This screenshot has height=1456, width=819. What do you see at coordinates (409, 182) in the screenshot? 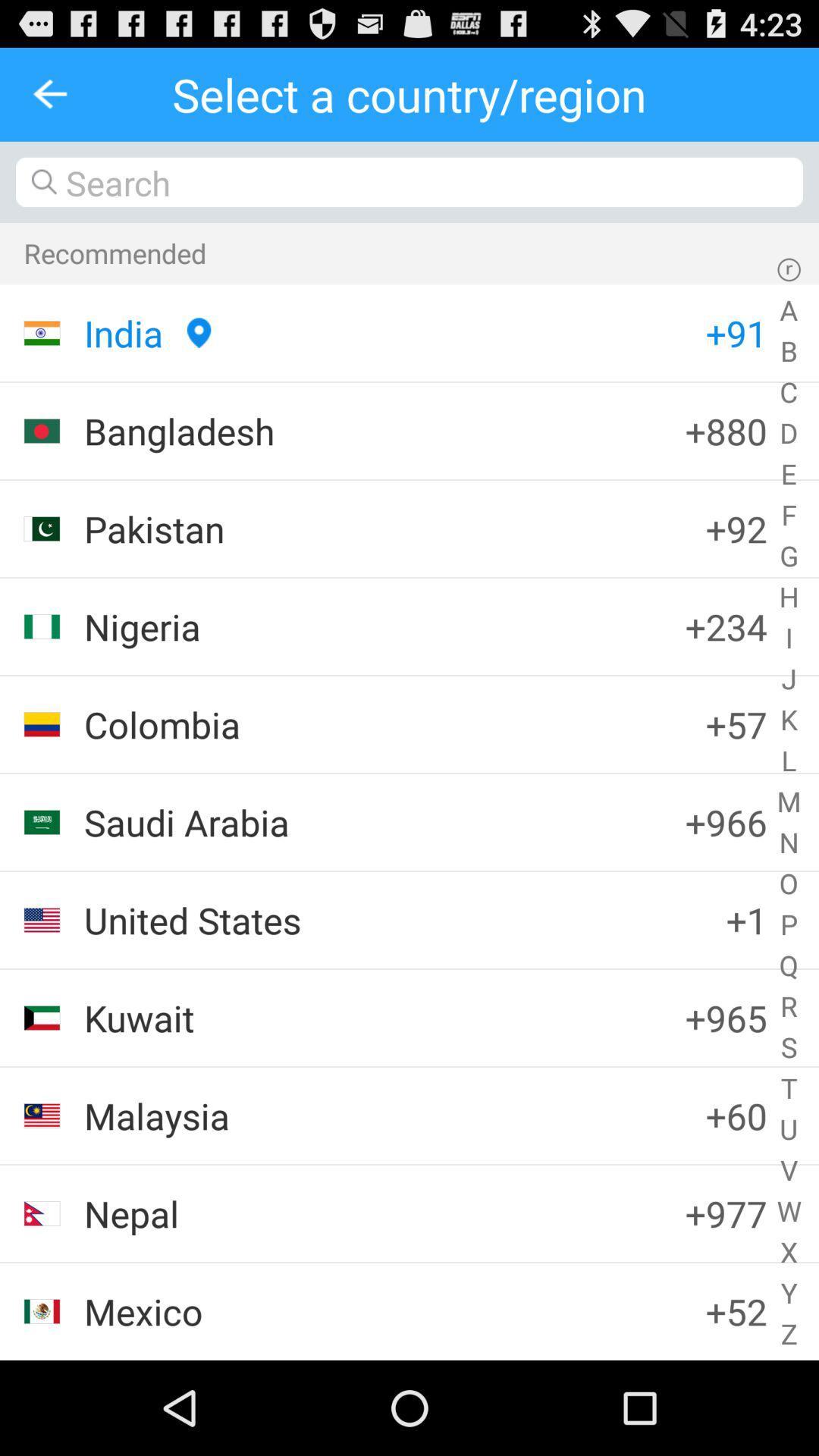
I see `website search field look for a country or region` at bounding box center [409, 182].